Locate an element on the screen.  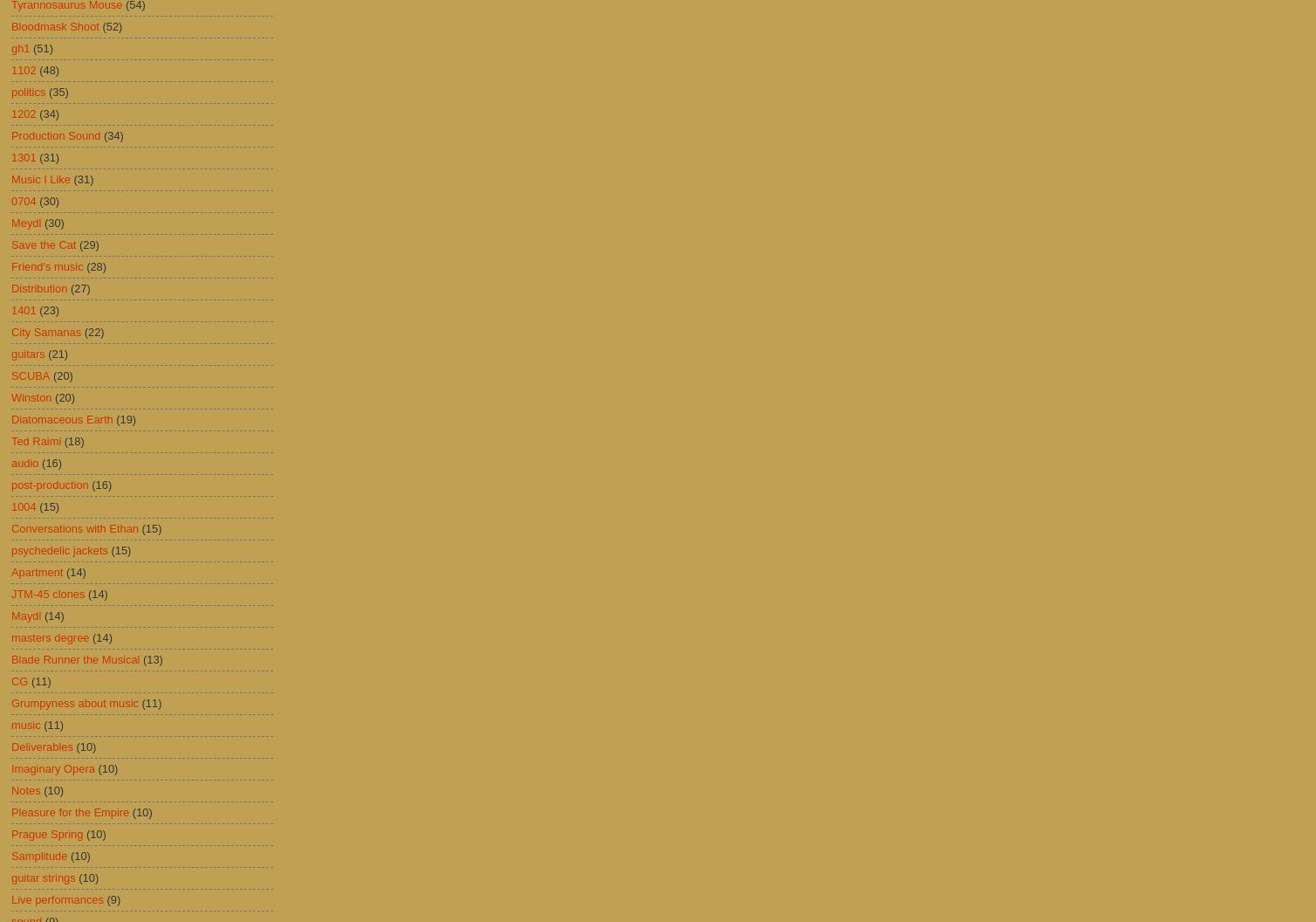
'Imaginary Opera' is located at coordinates (52, 767).